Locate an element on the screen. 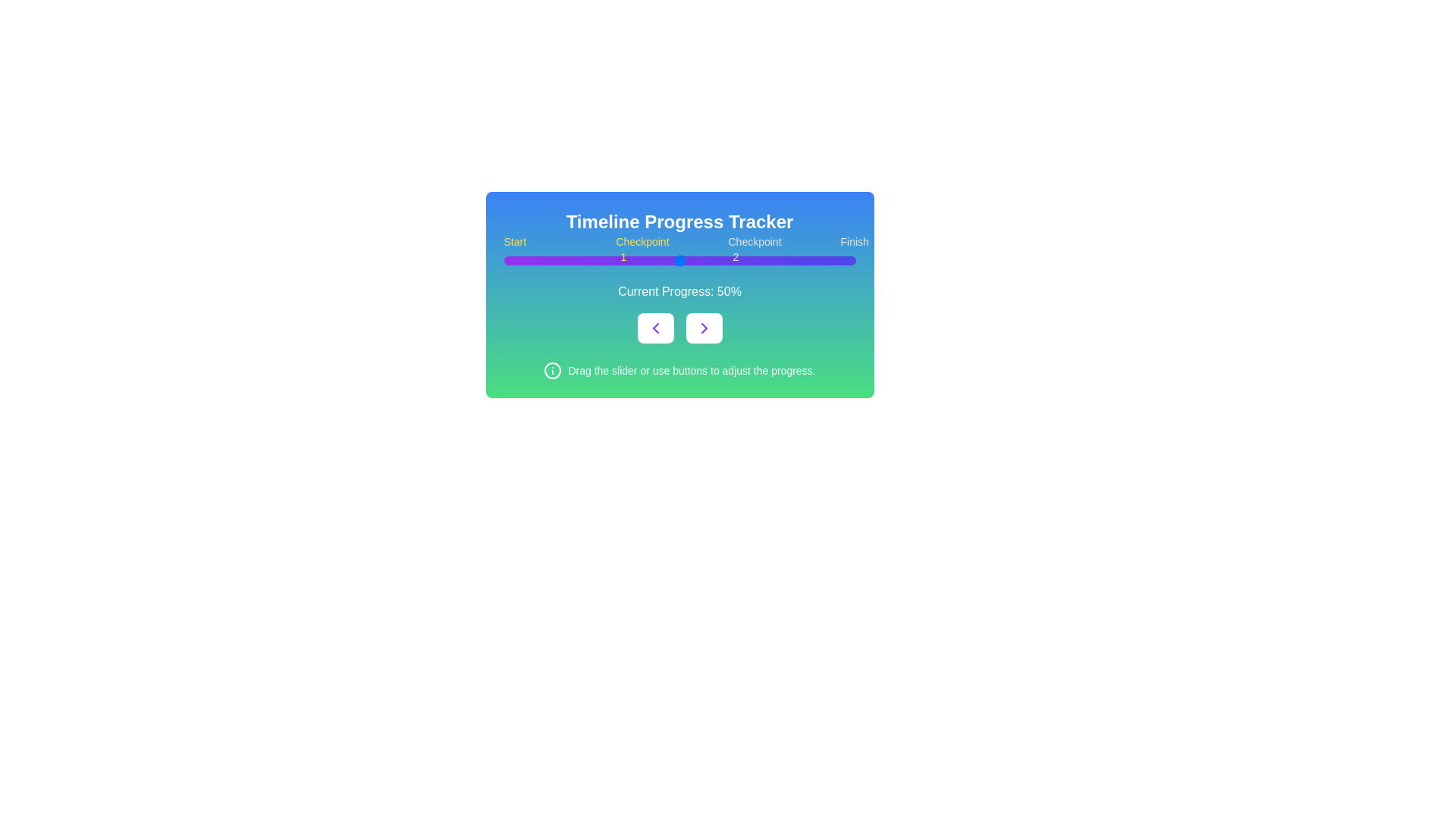  the slider is located at coordinates (837, 259).